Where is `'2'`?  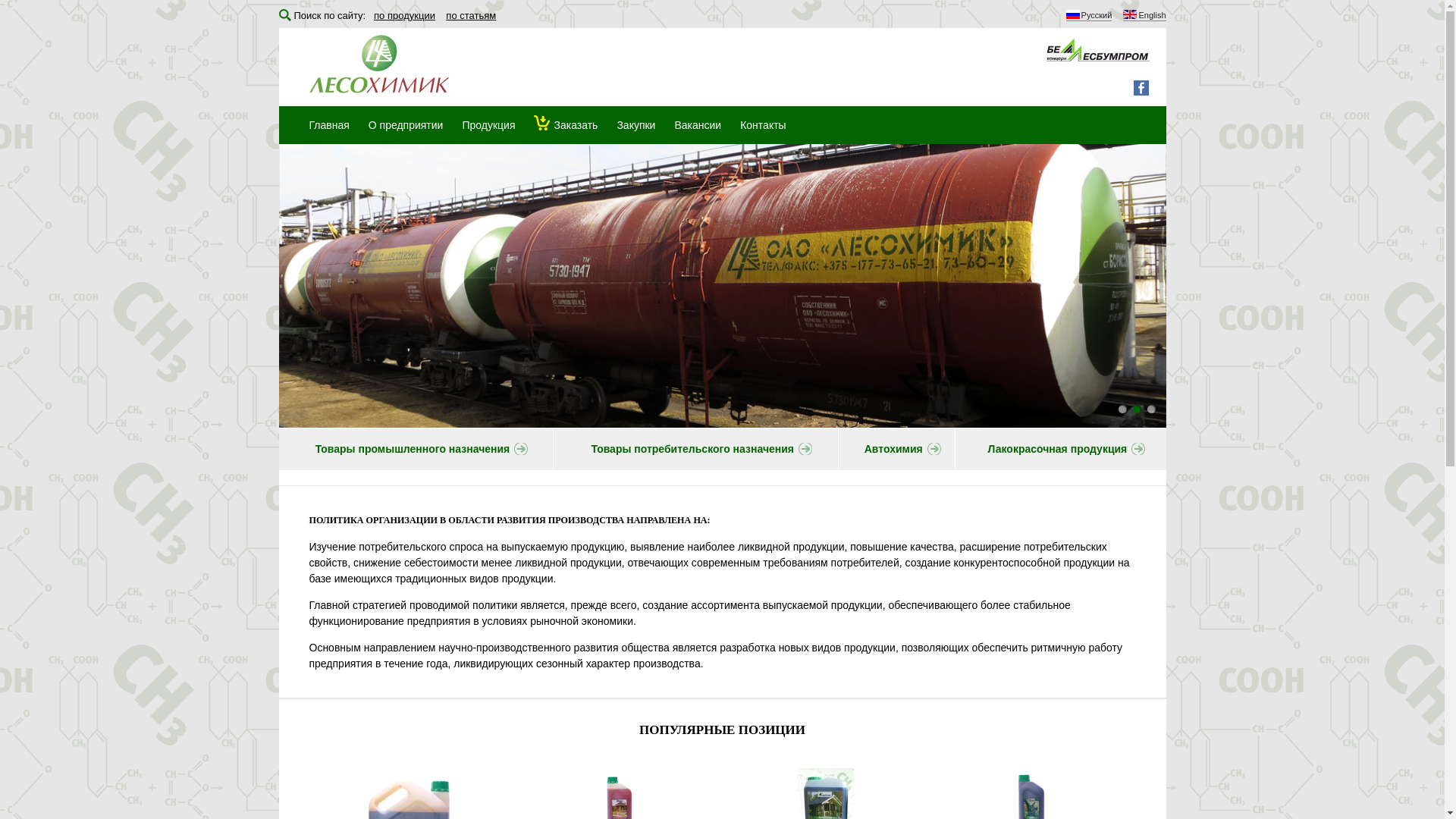
'2' is located at coordinates (1137, 408).